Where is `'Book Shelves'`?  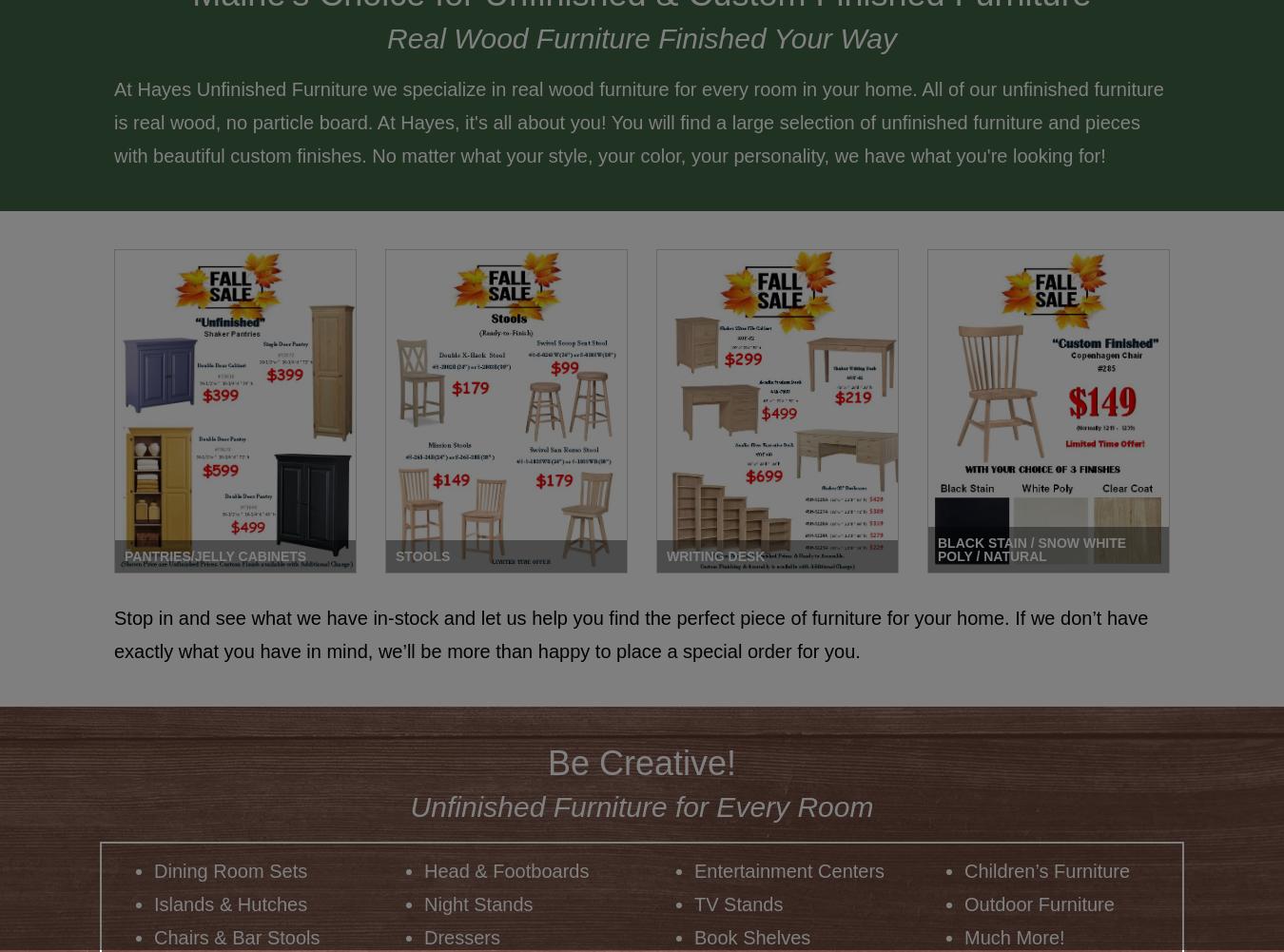
'Book Shelves' is located at coordinates (751, 936).